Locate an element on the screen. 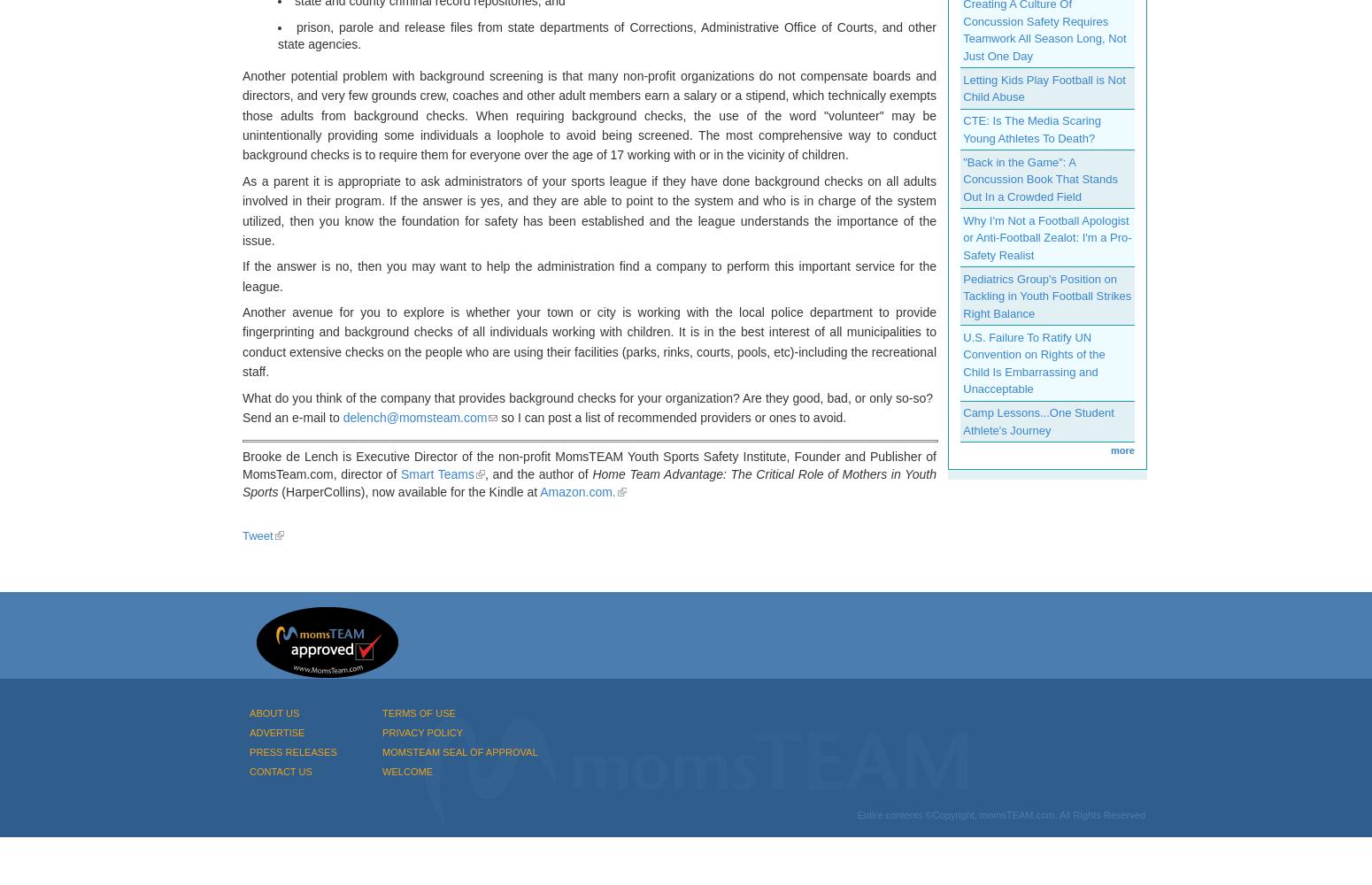  'Camp Lessons...One Student Athlete's Journey' is located at coordinates (1038, 420).